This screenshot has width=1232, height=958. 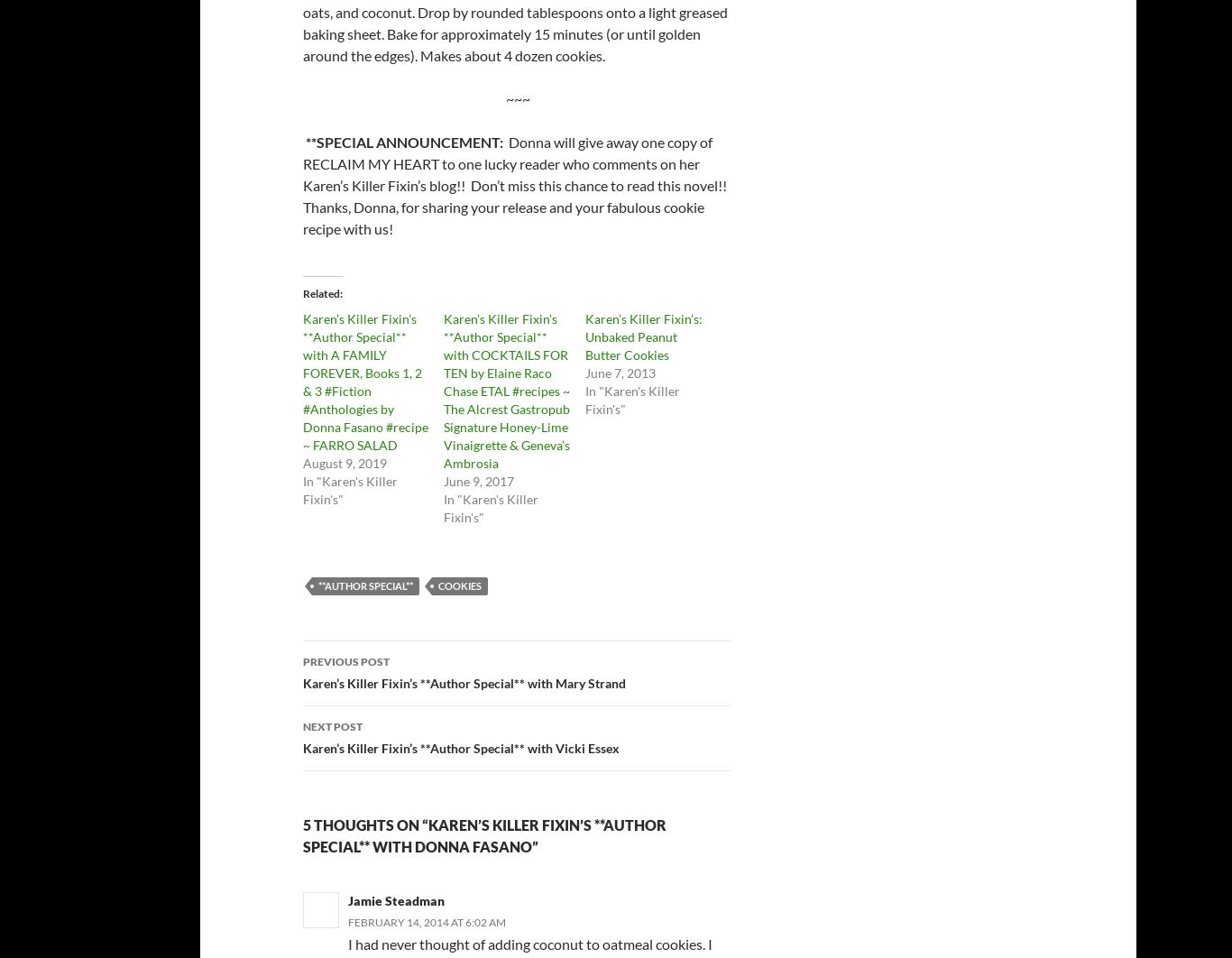 What do you see at coordinates (395, 899) in the screenshot?
I see `'Jamie Steadman'` at bounding box center [395, 899].